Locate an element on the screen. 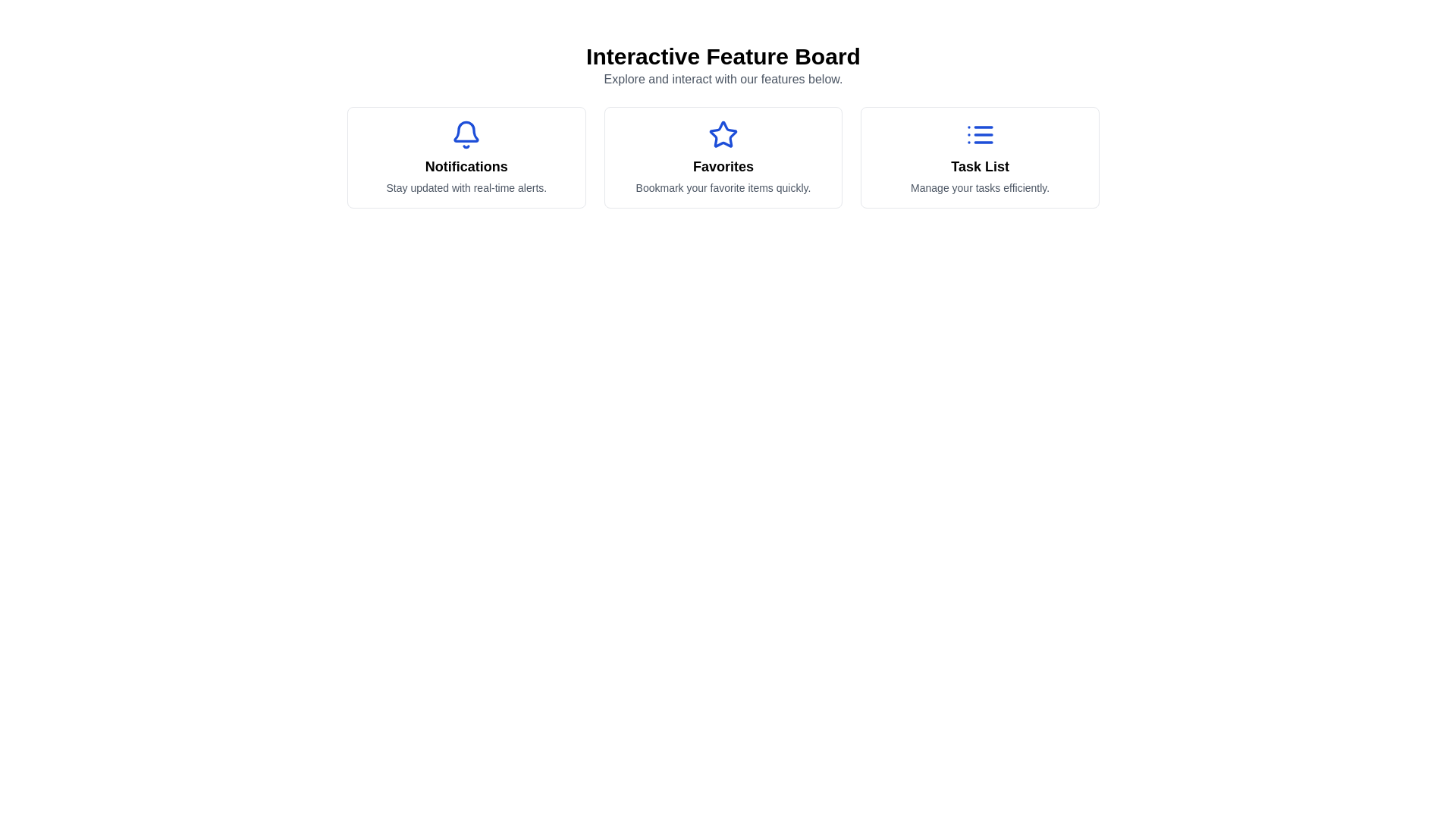  the text label indicating the purpose of the card for managing tasks, located at the far-right of the row of three cards is located at coordinates (980, 166).